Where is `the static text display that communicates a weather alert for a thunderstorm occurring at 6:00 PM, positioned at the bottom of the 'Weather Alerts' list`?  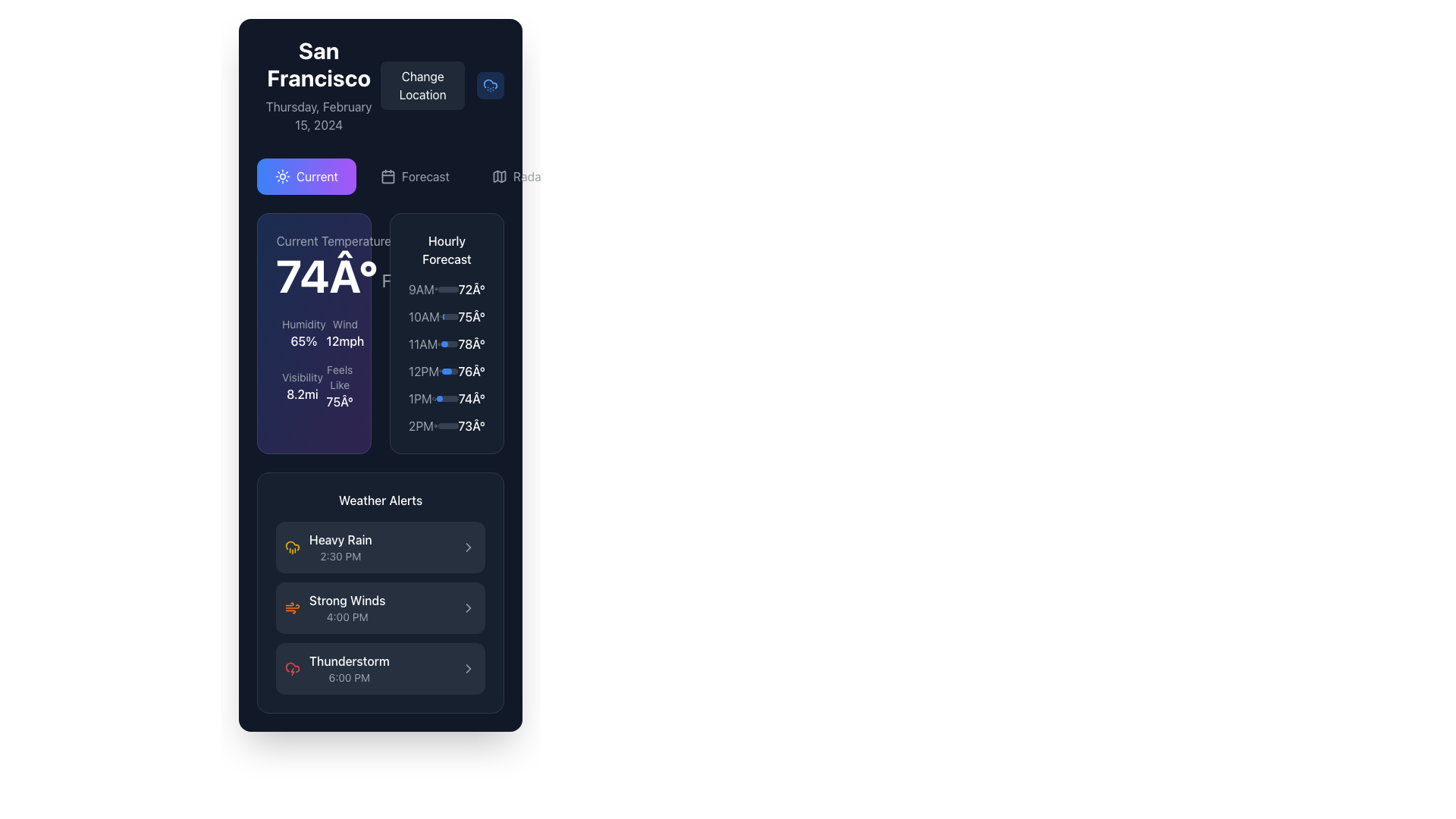 the static text display that communicates a weather alert for a thunderstorm occurring at 6:00 PM, positioned at the bottom of the 'Weather Alerts' list is located at coordinates (348, 668).